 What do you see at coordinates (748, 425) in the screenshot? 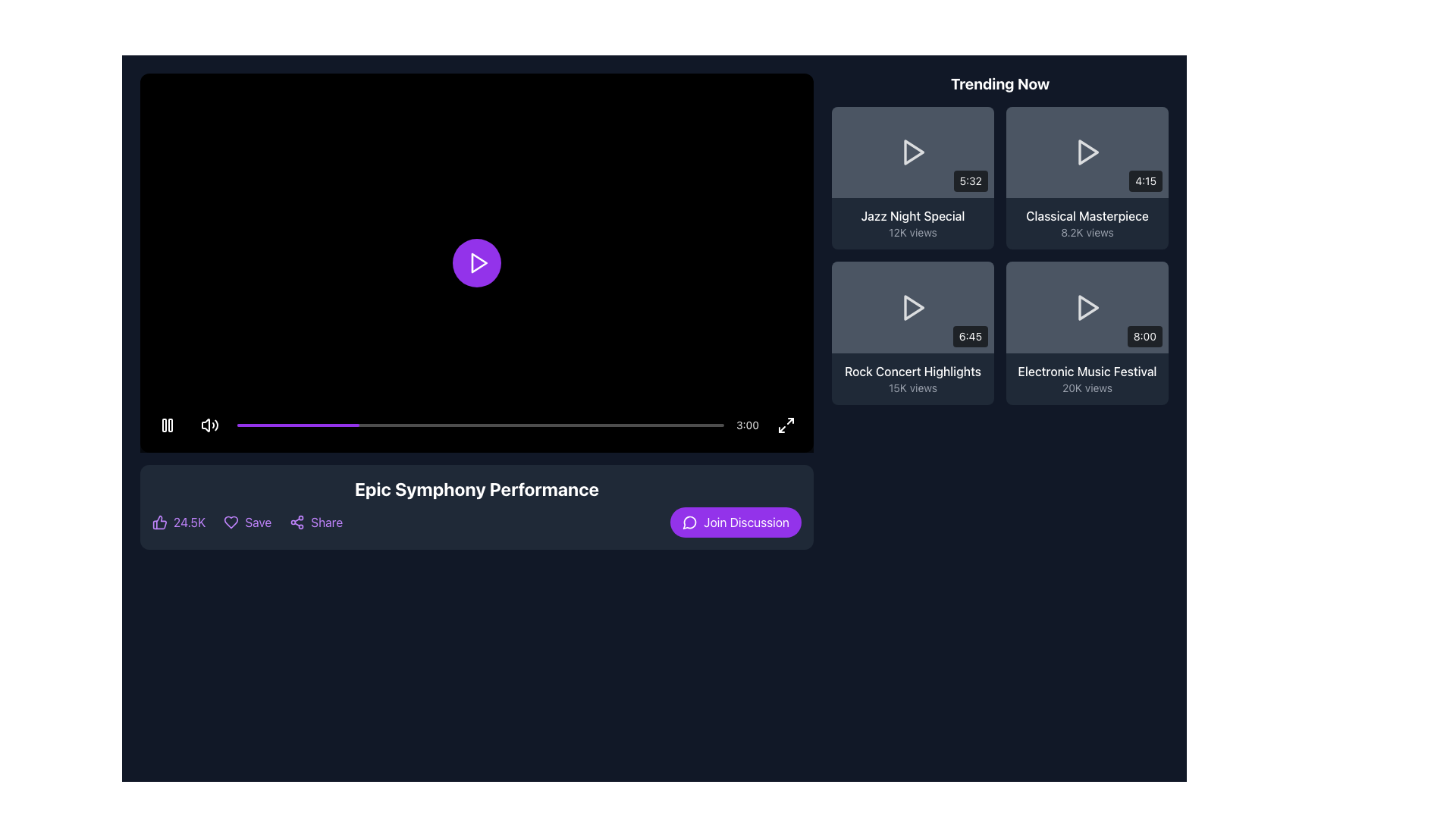
I see `the text label displaying '3:00' in white color, located at the bottom right corner of the video interface, next to the fullscreen icon` at bounding box center [748, 425].